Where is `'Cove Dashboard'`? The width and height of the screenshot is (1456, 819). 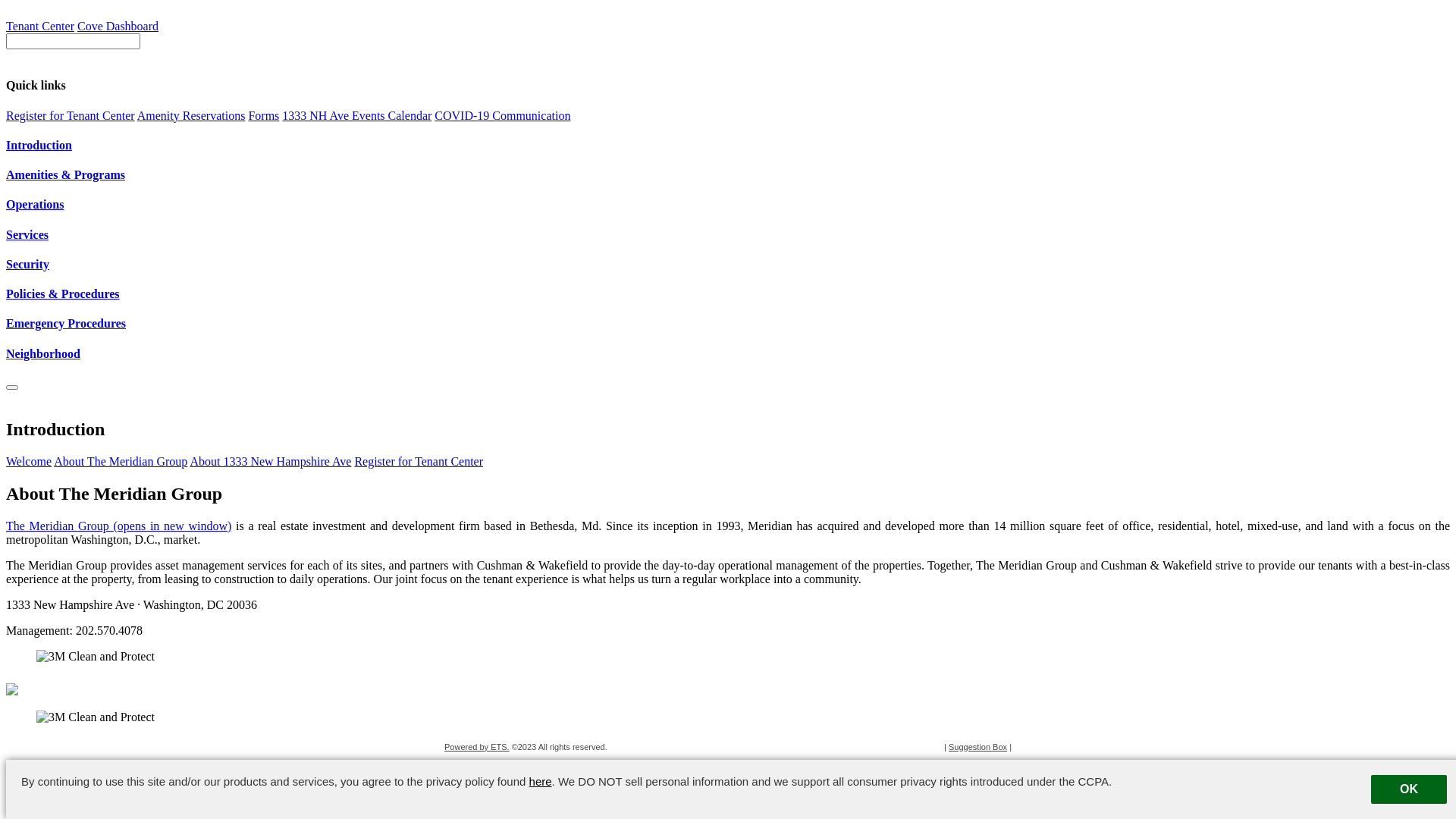
'Cove Dashboard' is located at coordinates (117, 26).